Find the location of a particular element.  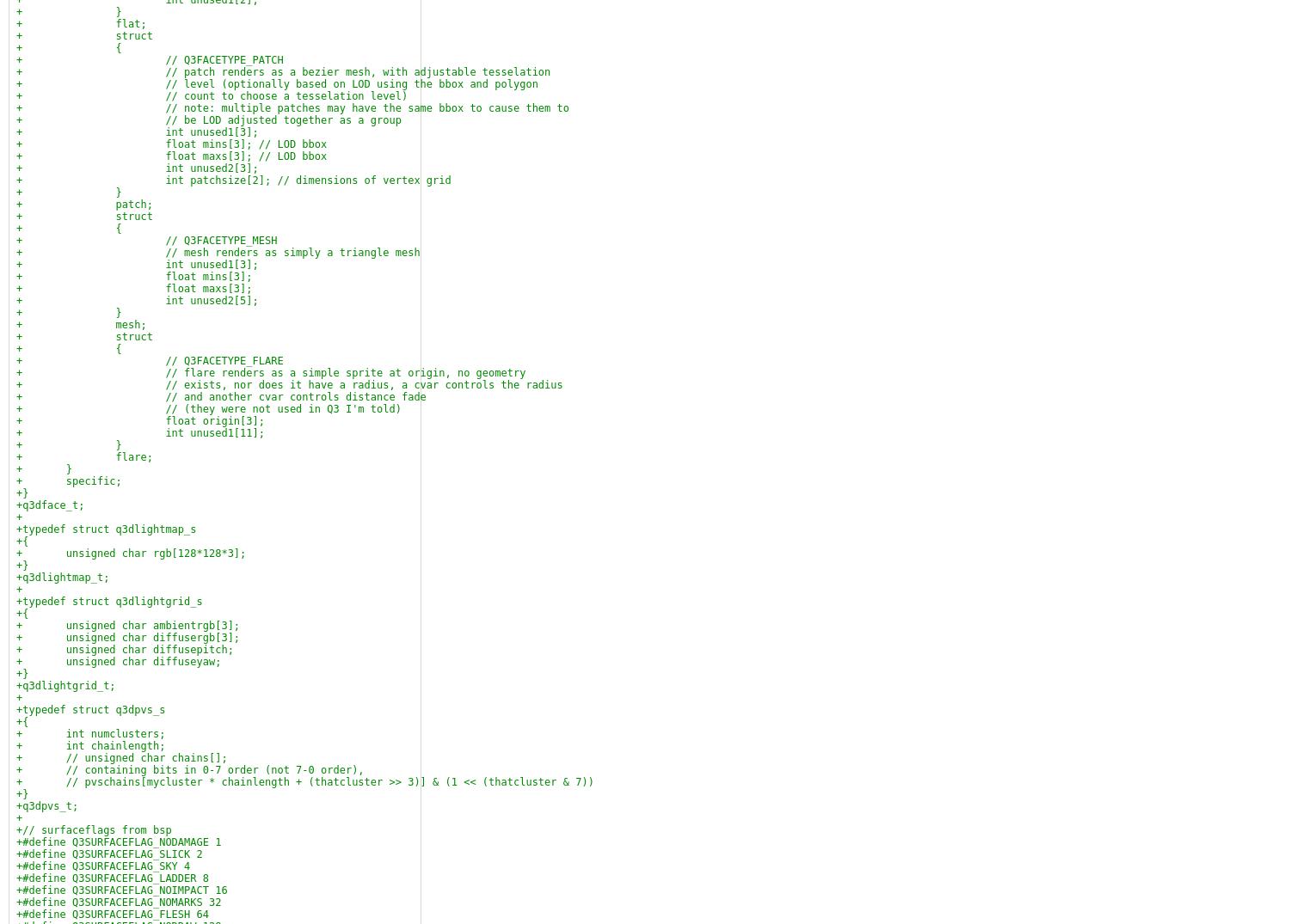

'+               patch;' is located at coordinates (83, 204).